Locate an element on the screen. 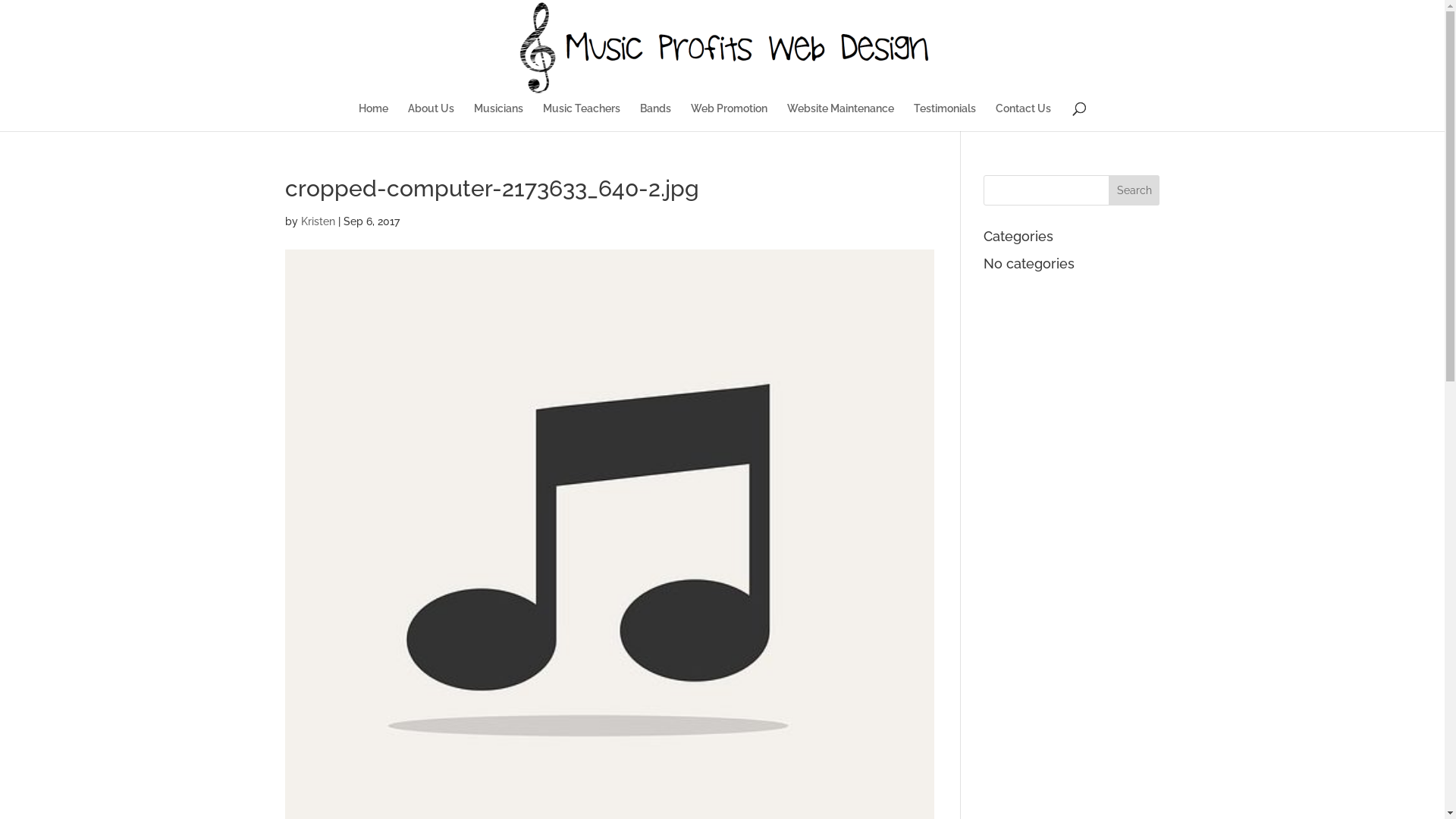  'Web Promotion' is located at coordinates (690, 116).